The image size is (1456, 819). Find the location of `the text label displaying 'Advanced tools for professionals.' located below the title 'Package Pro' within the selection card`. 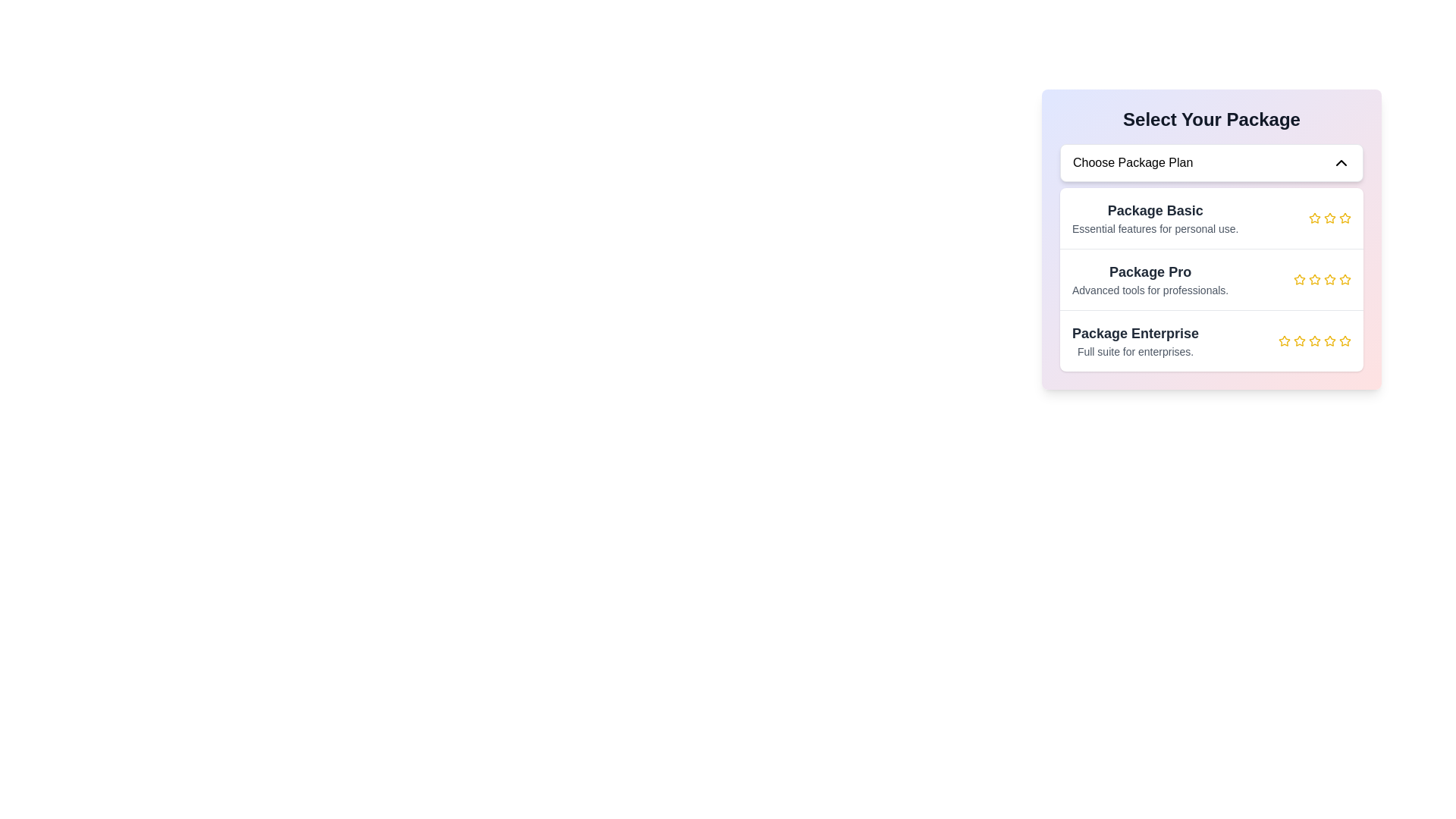

the text label displaying 'Advanced tools for professionals.' located below the title 'Package Pro' within the selection card is located at coordinates (1150, 290).